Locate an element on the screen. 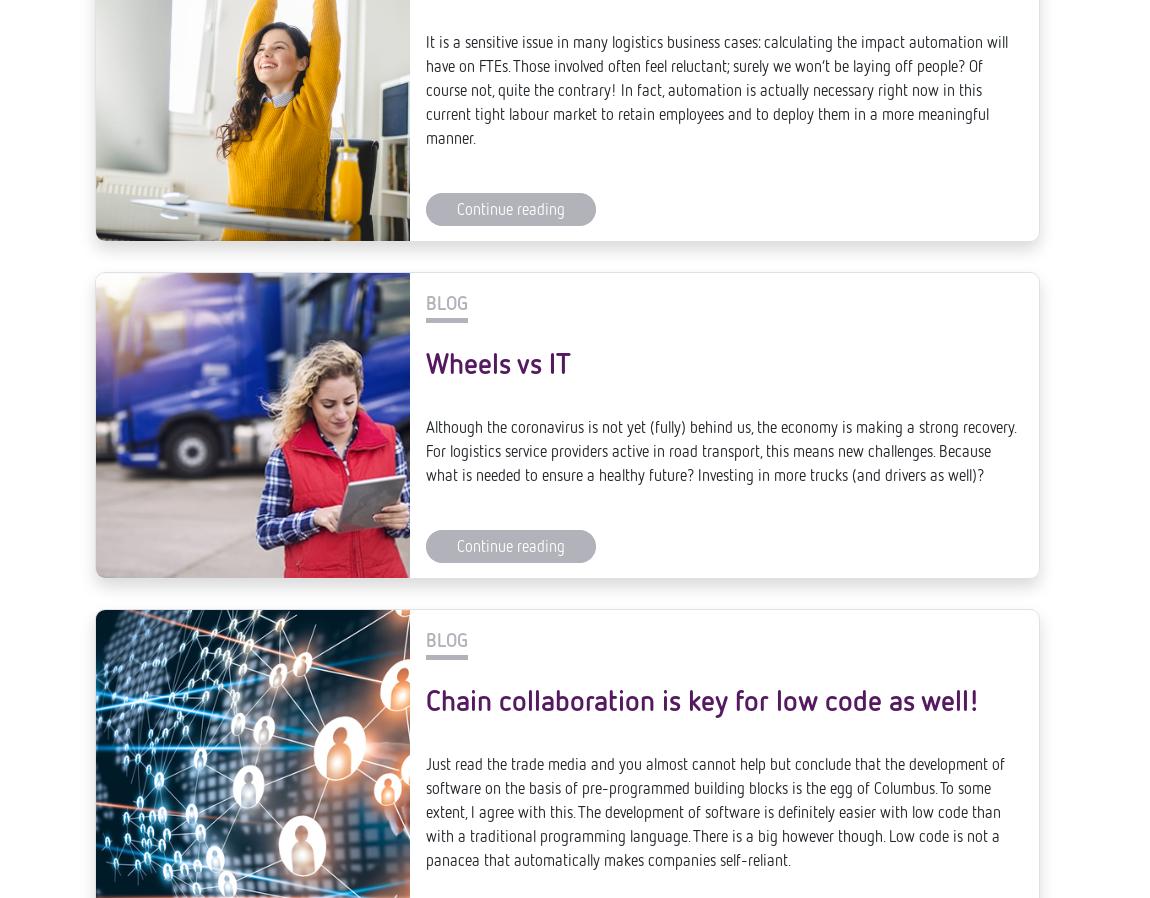 This screenshot has height=898, width=1150. 'Blog' is located at coordinates (425, 347).